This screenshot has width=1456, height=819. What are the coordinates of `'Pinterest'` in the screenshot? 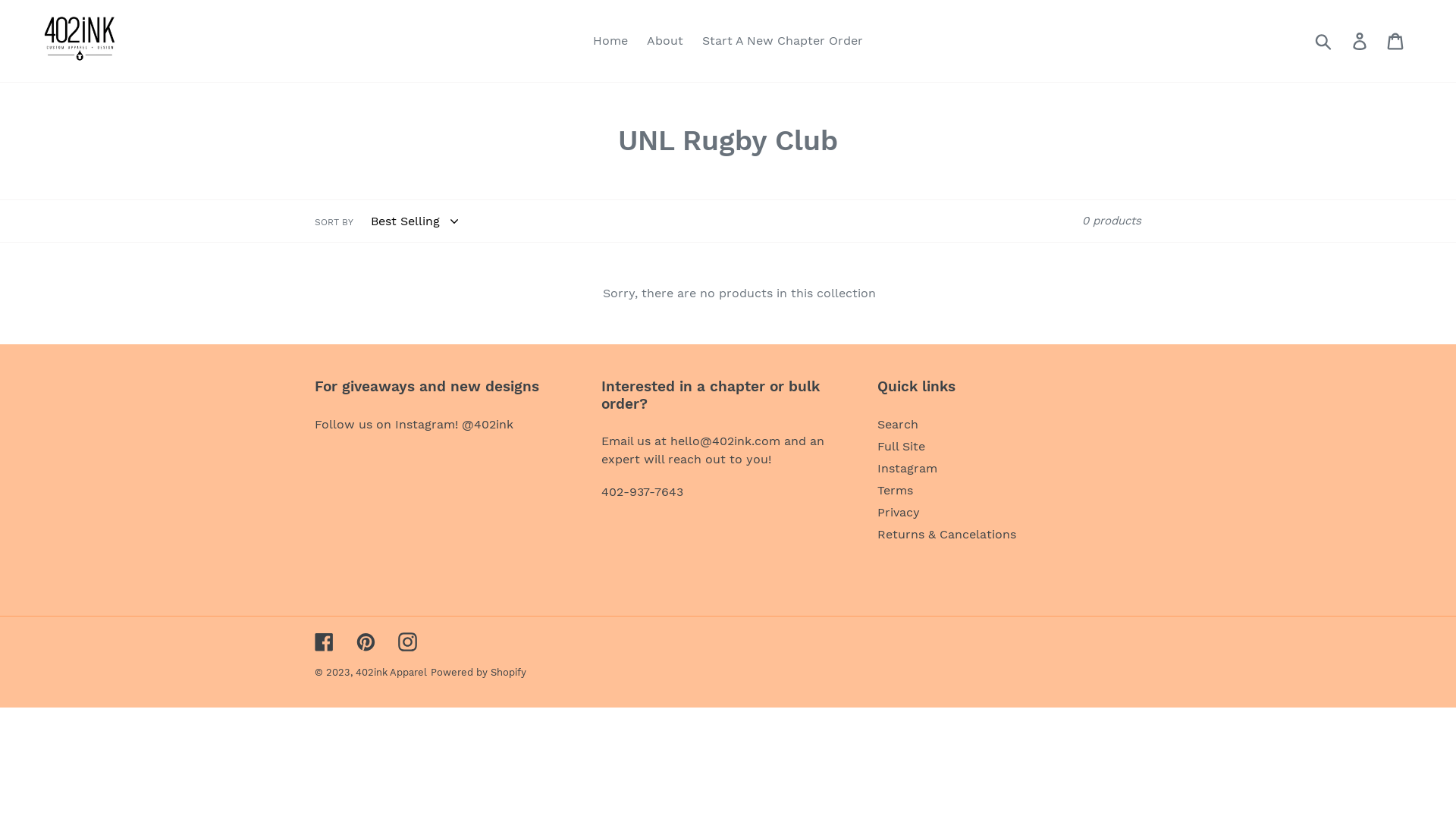 It's located at (366, 641).